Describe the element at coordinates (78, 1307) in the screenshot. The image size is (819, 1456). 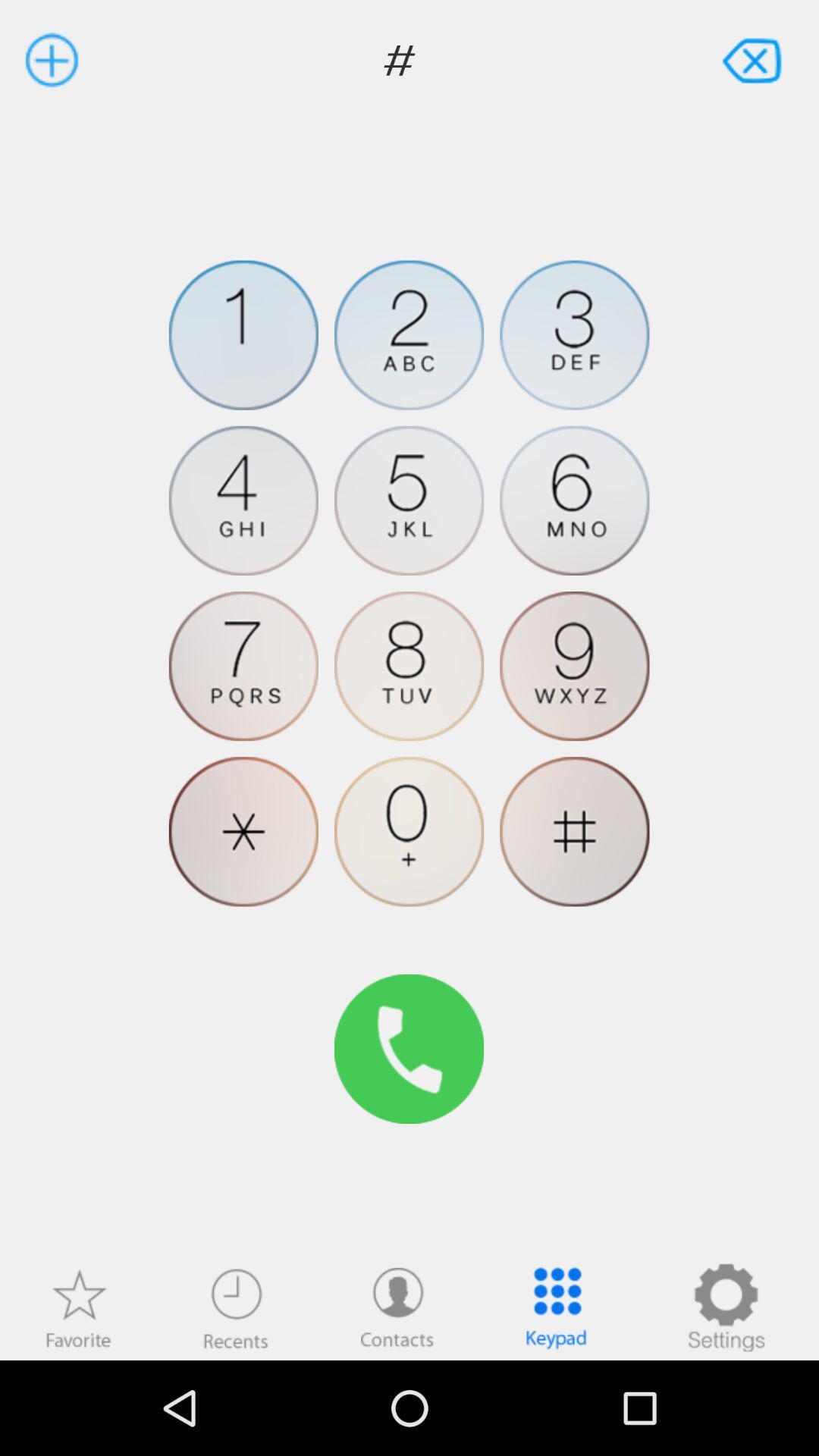
I see `show favorites` at that location.